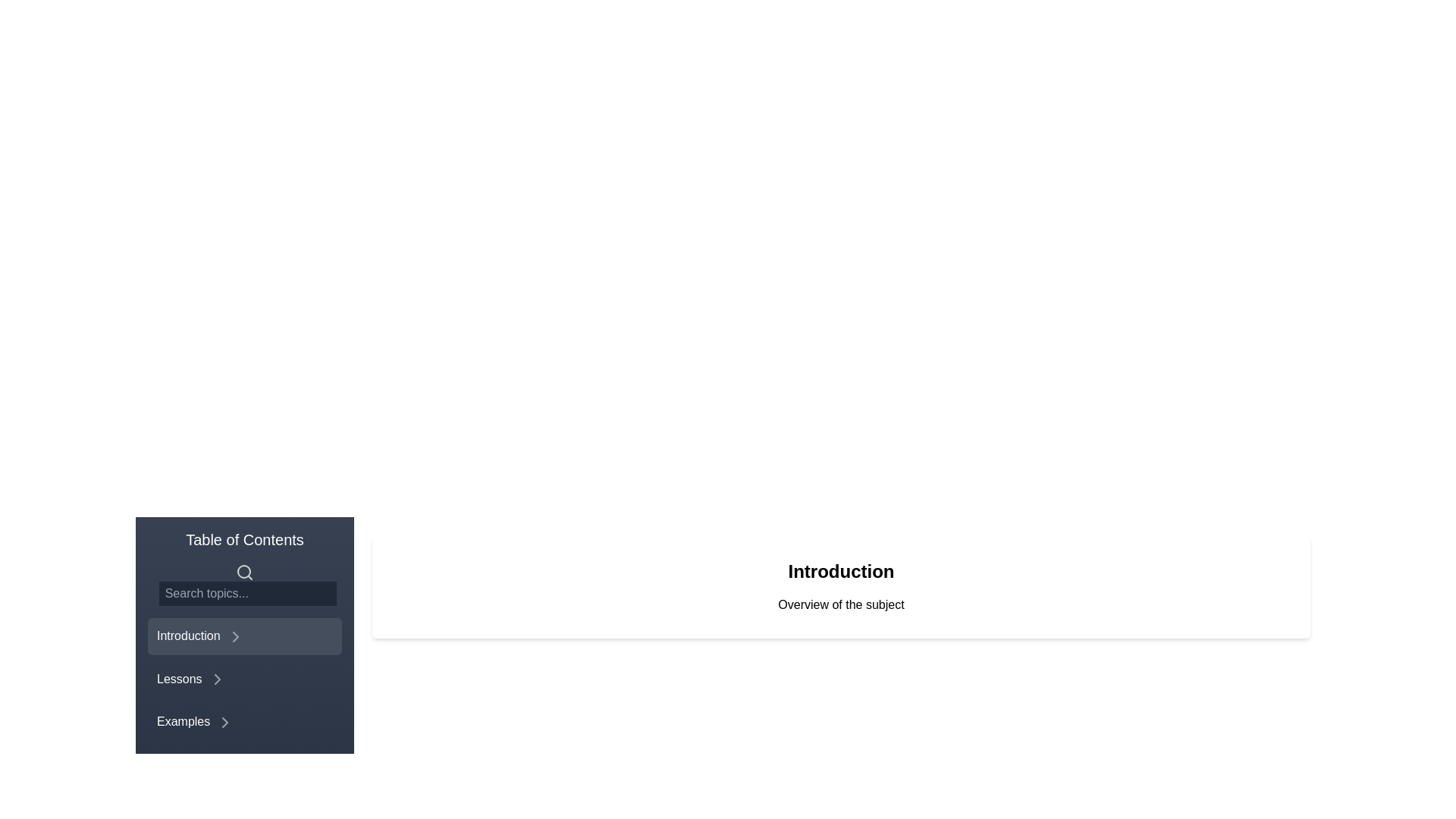 The height and width of the screenshot is (819, 1456). Describe the element at coordinates (244, 539) in the screenshot. I see `text element displaying the title 'Table of Contents', which is prominently bold and centered in white on a dark background, positioned at the top of the sidebar for navigation` at that location.